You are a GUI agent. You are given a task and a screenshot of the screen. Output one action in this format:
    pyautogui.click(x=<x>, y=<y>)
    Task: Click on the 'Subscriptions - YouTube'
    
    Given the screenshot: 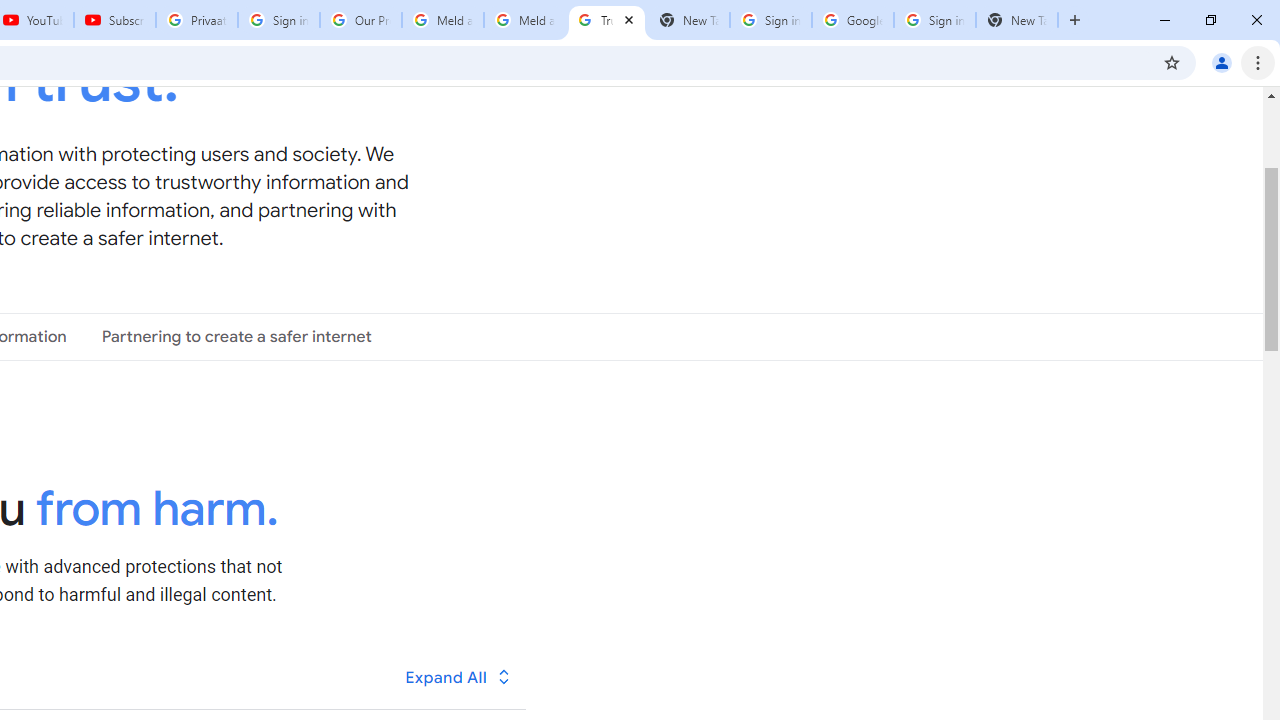 What is the action you would take?
    pyautogui.click(x=114, y=20)
    